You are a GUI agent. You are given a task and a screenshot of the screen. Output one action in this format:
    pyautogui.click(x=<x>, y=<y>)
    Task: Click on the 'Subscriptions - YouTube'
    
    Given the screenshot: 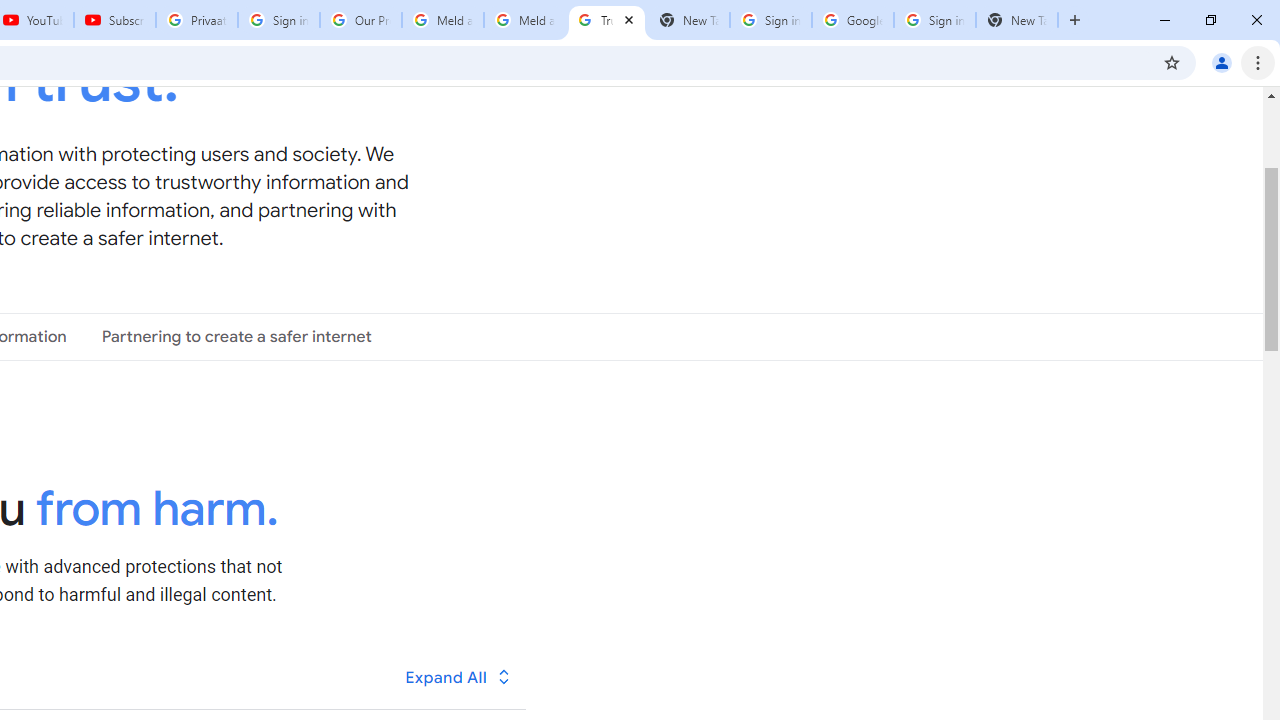 What is the action you would take?
    pyautogui.click(x=114, y=20)
    